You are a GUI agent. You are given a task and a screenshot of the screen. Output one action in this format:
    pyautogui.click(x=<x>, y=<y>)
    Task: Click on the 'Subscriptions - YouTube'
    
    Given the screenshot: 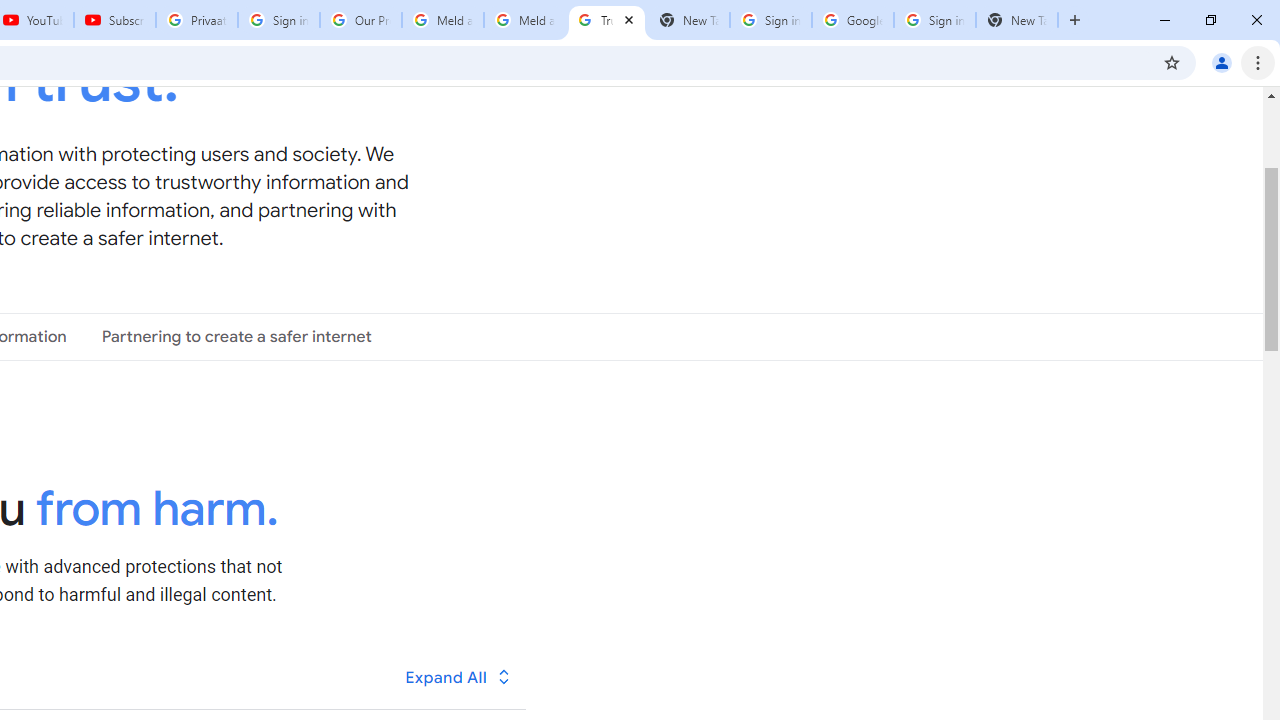 What is the action you would take?
    pyautogui.click(x=114, y=20)
    